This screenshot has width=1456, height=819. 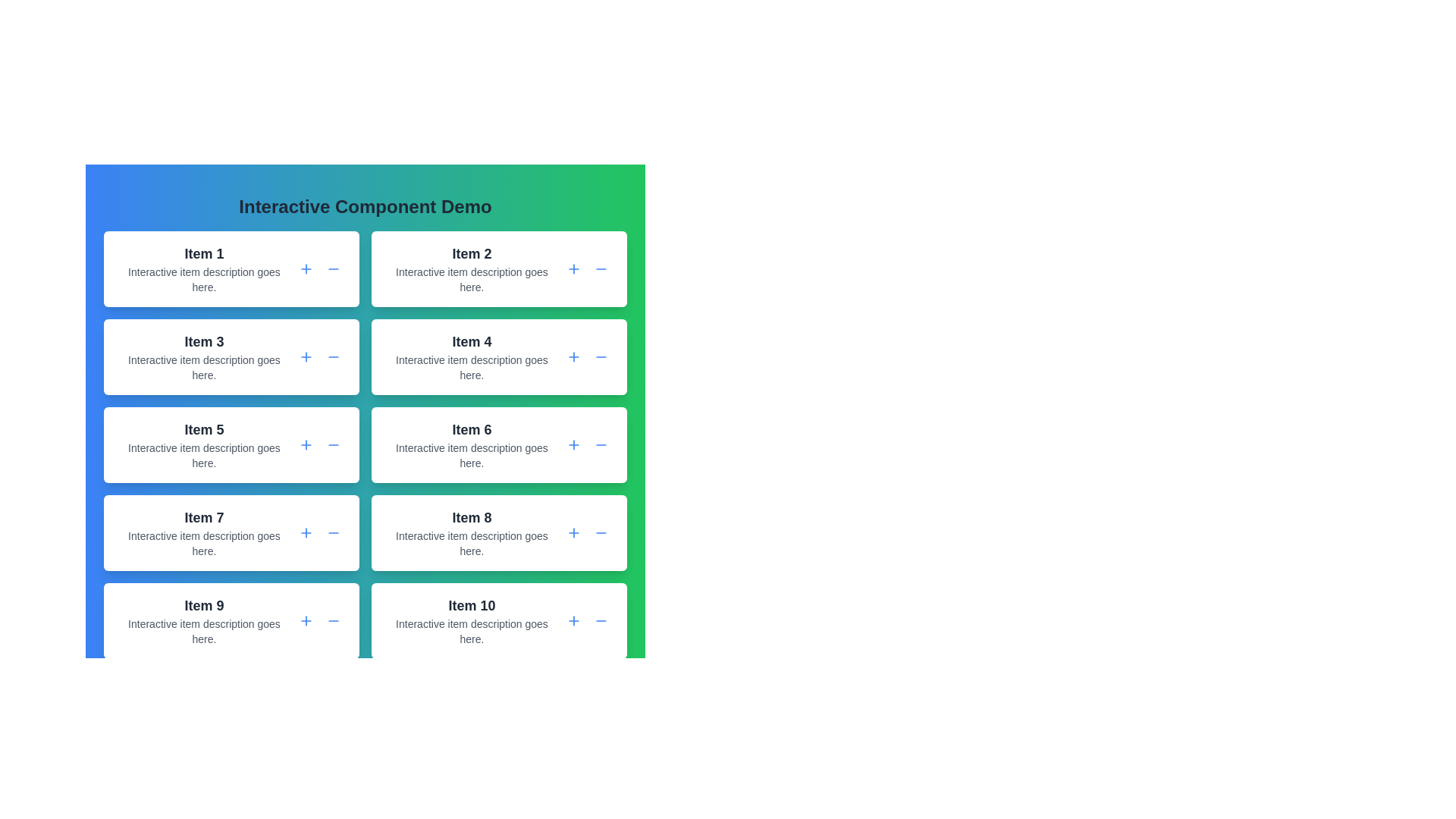 I want to click on the text label that identifies the fifth item in the list, so click(x=203, y=430).